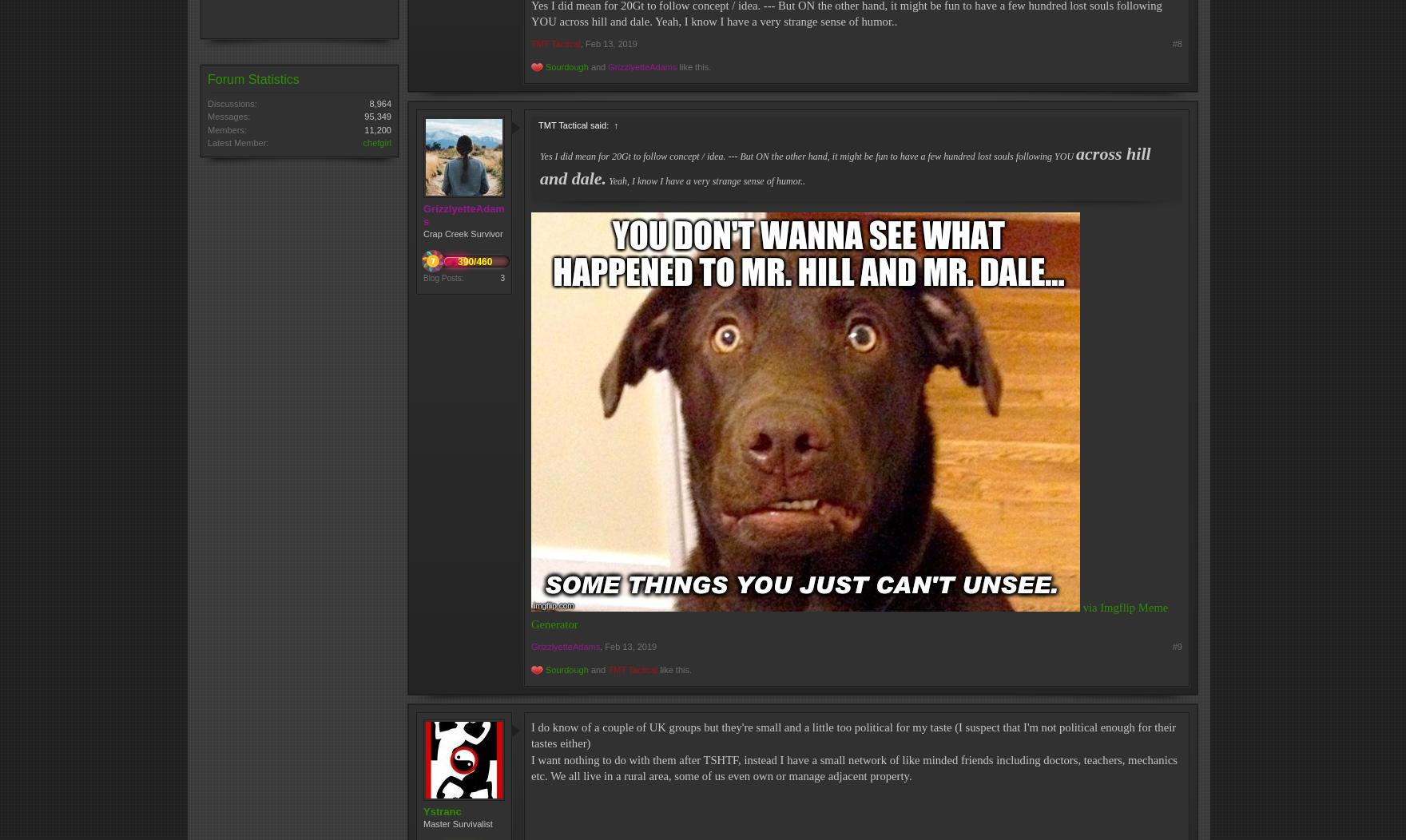 This screenshot has width=1406, height=840. I want to click on 'Blog Posts:', so click(423, 276).